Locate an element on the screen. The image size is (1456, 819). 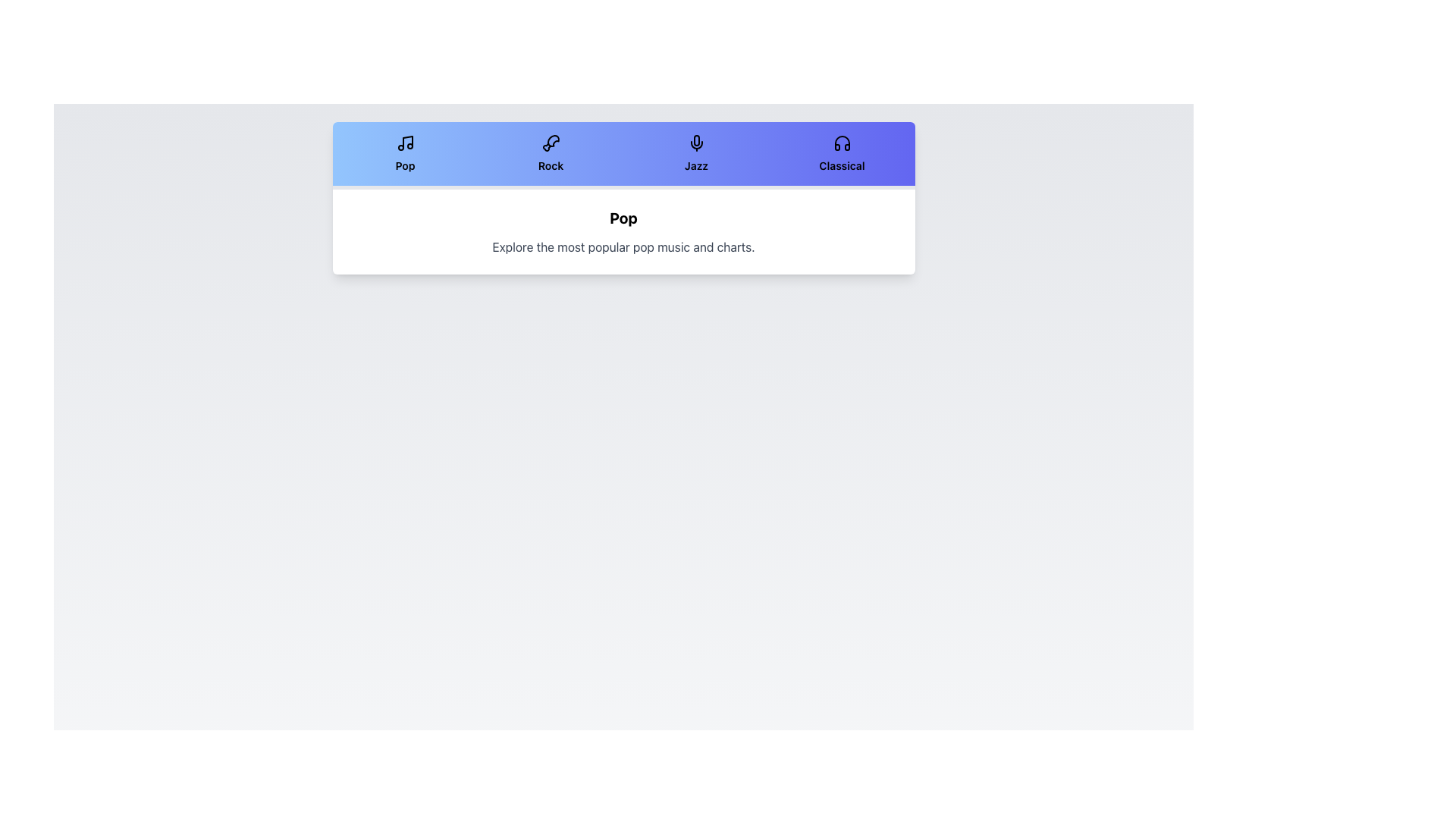
the 'Classical' option in the interactive navigation tab is located at coordinates (841, 154).